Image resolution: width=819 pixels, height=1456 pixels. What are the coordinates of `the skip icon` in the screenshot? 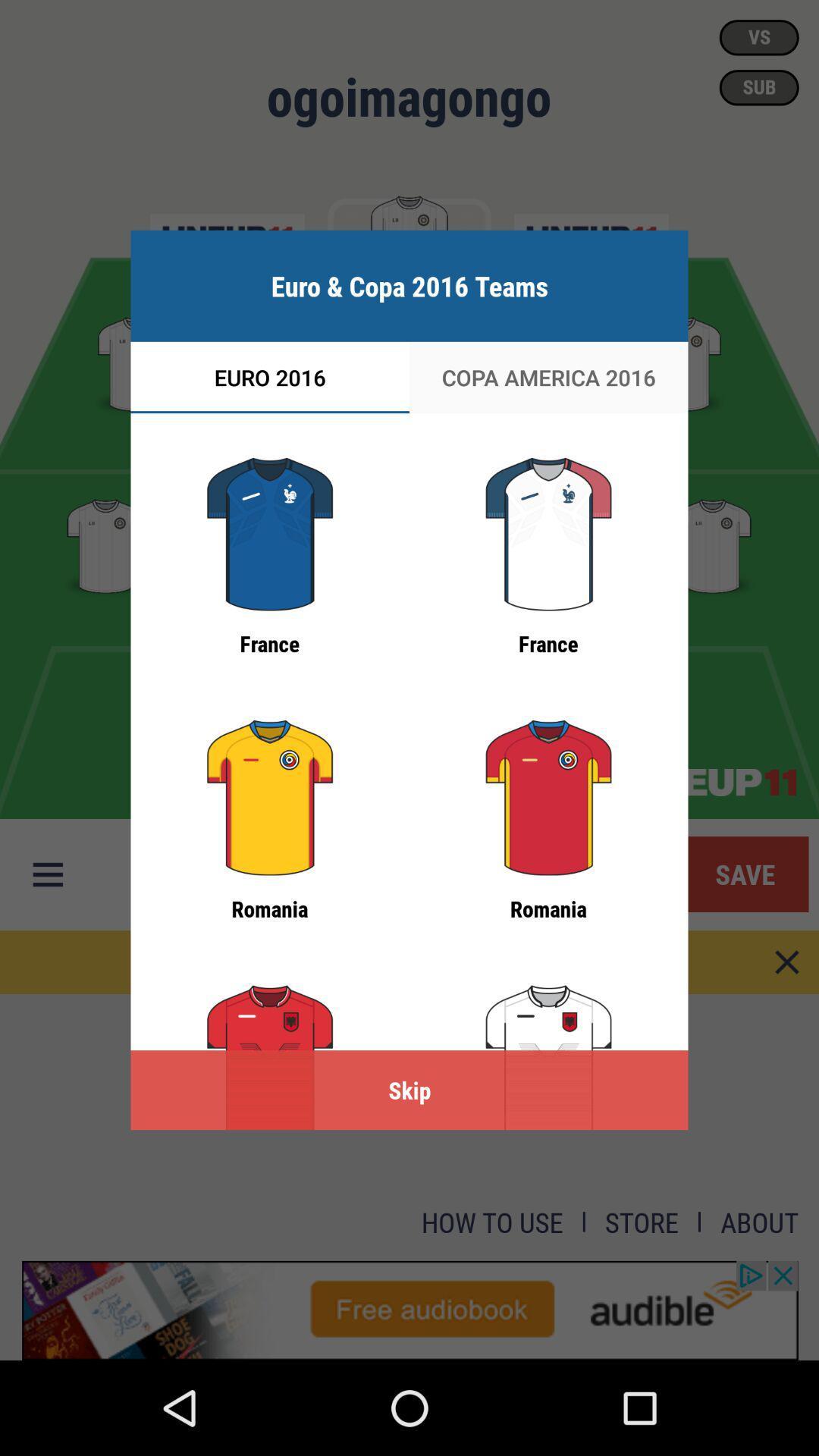 It's located at (409, 1089).